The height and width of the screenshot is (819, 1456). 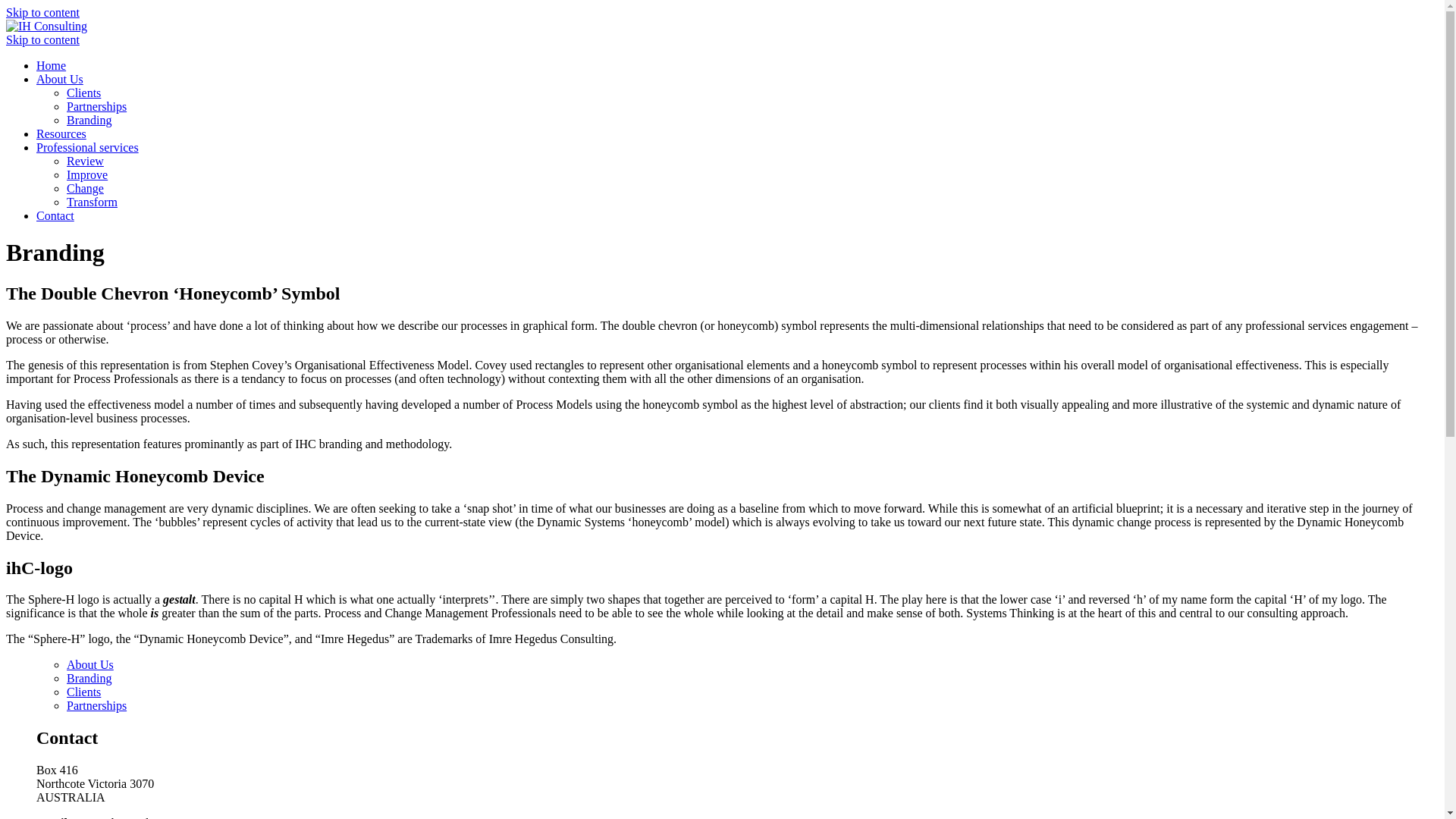 What do you see at coordinates (55, 215) in the screenshot?
I see `'Contact'` at bounding box center [55, 215].